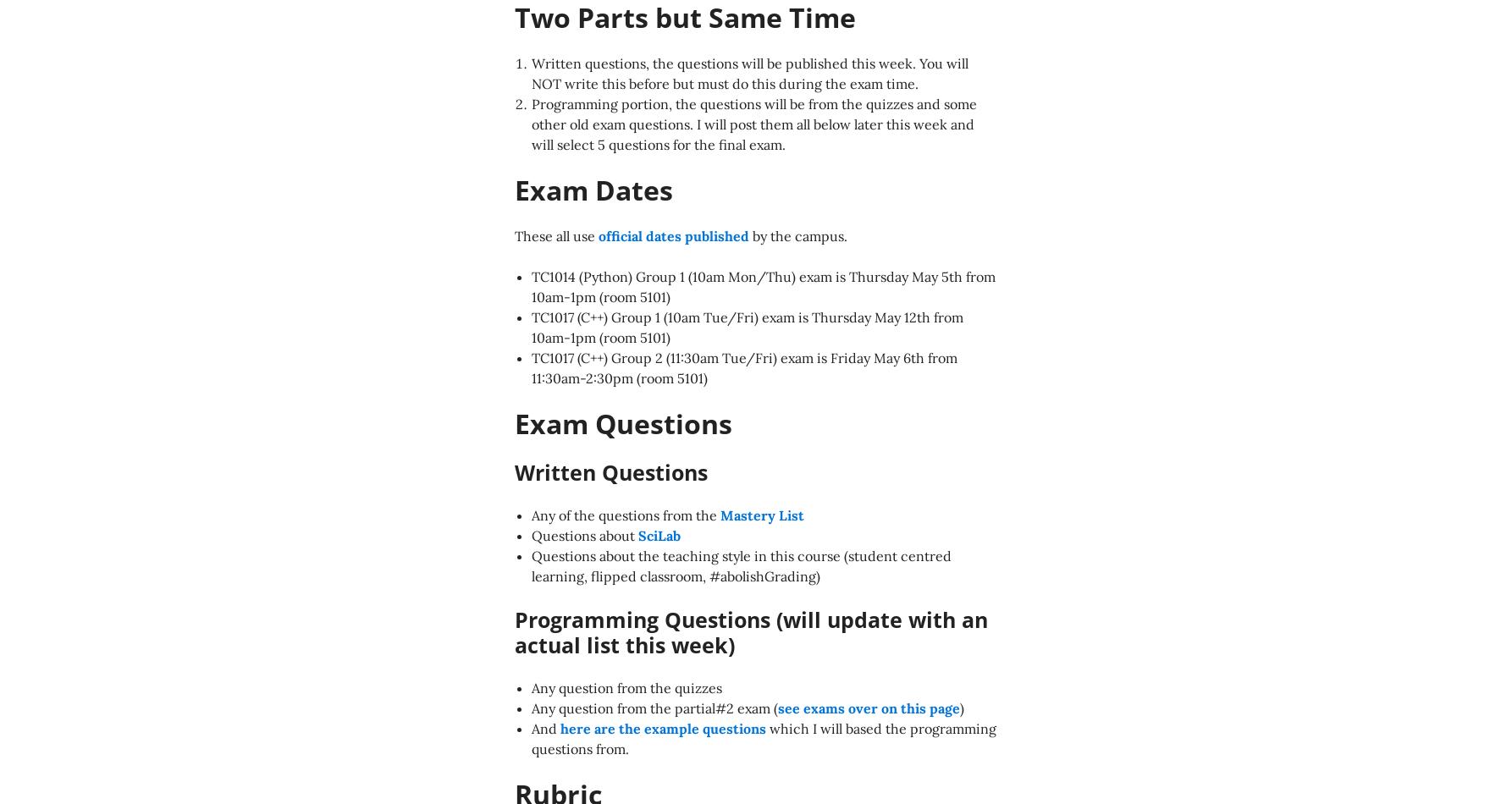 This screenshot has width=1512, height=804. Describe the element at coordinates (662, 727) in the screenshot. I see `'here are the example questions'` at that location.